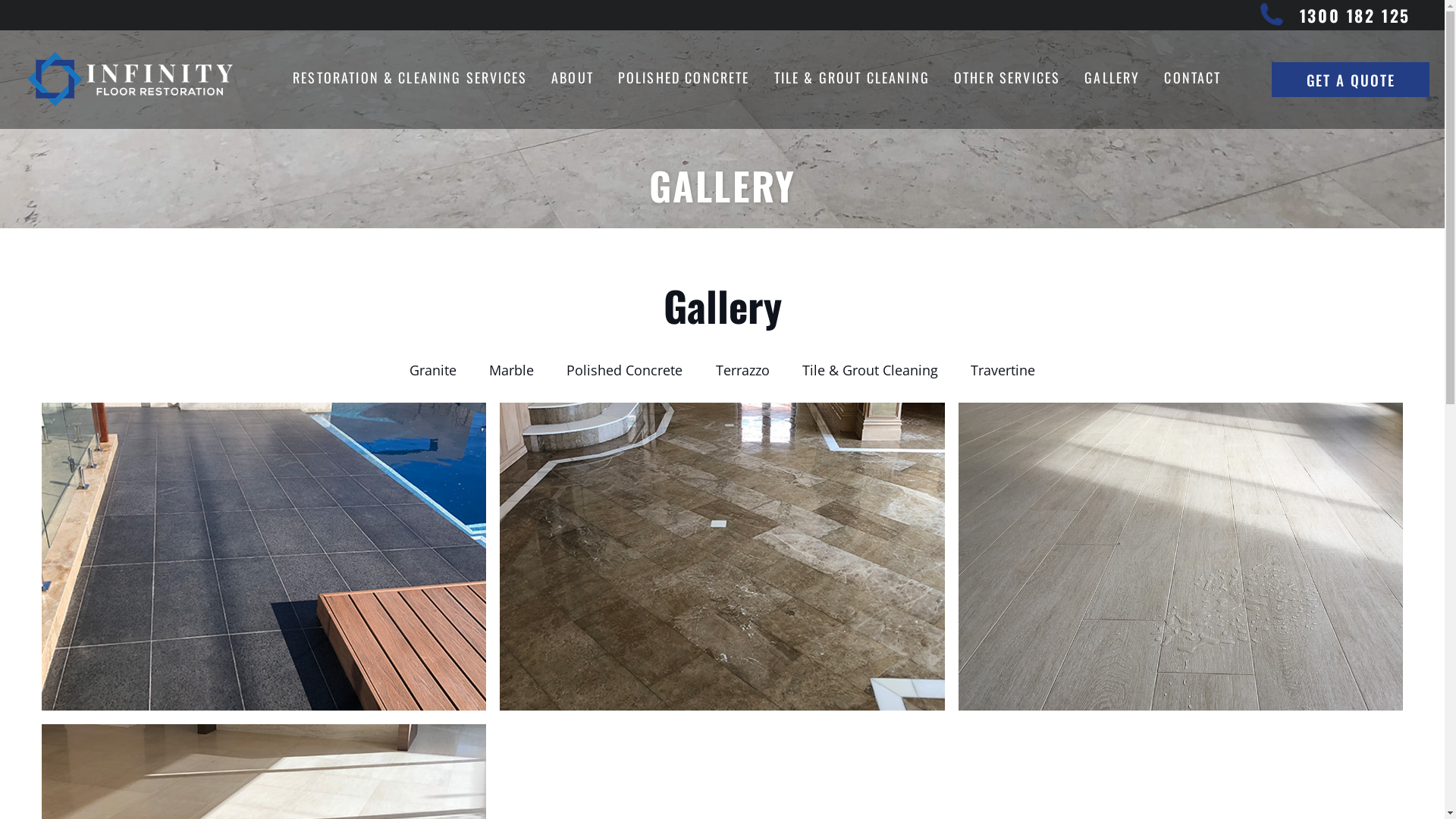  I want to click on 'Terrazzo', so click(698, 370).